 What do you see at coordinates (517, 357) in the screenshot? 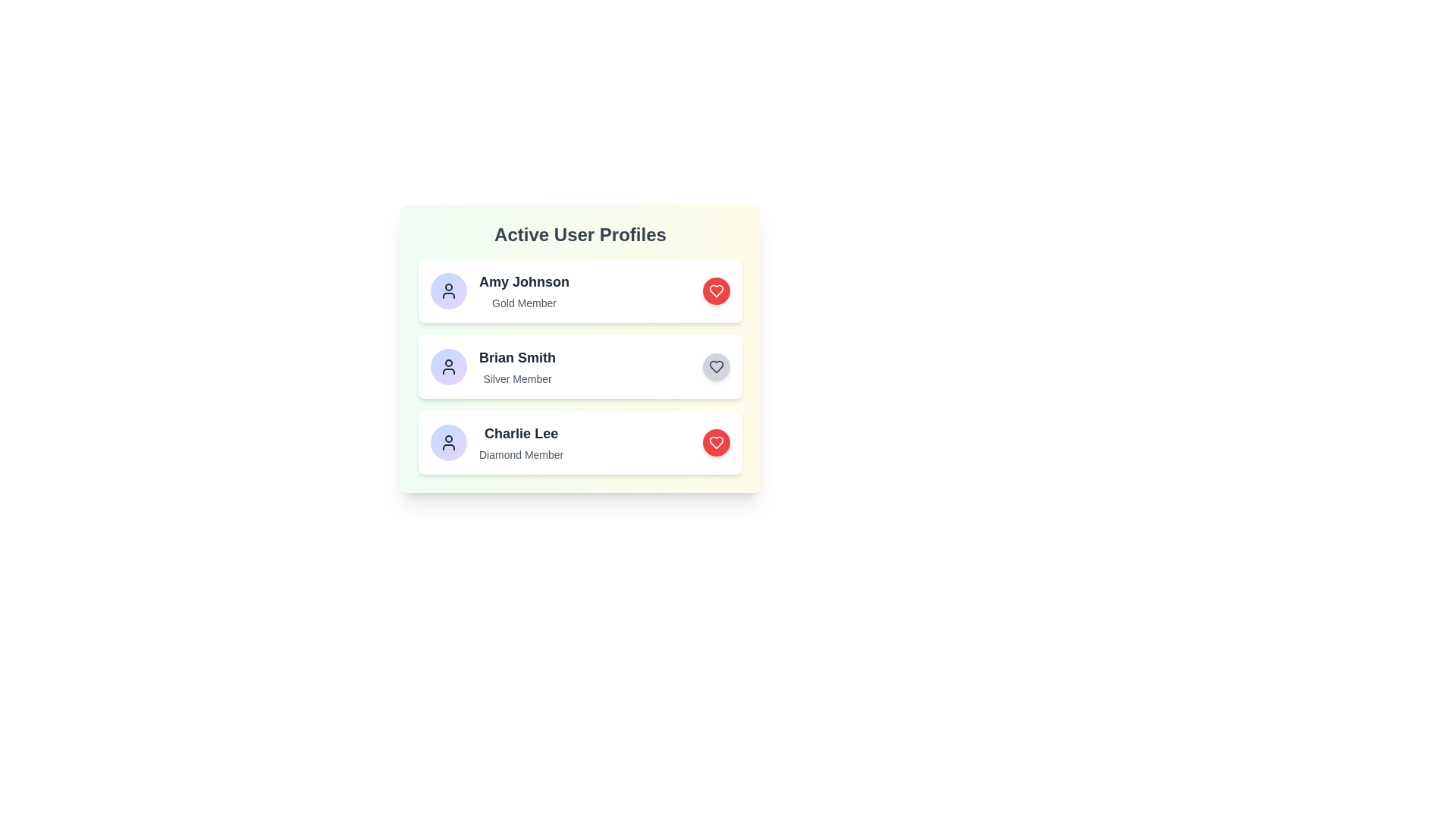
I see `the Static Text Label displaying 'Brian Smith', which is prominently styled in dark gray and positioned above 'Silver Member' within a user profile card` at bounding box center [517, 357].